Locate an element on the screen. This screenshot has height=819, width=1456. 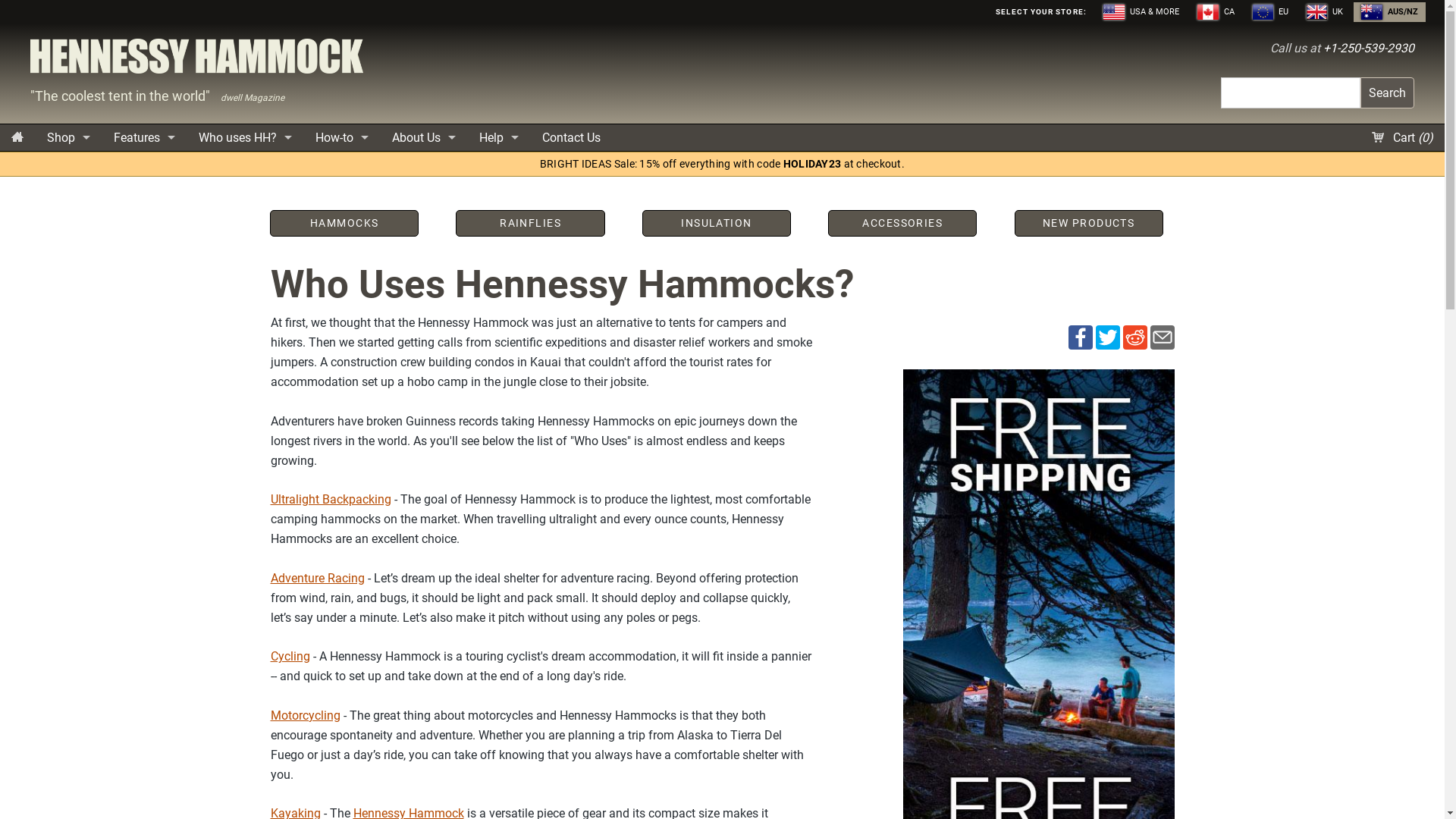
'How-to' is located at coordinates (303, 137).